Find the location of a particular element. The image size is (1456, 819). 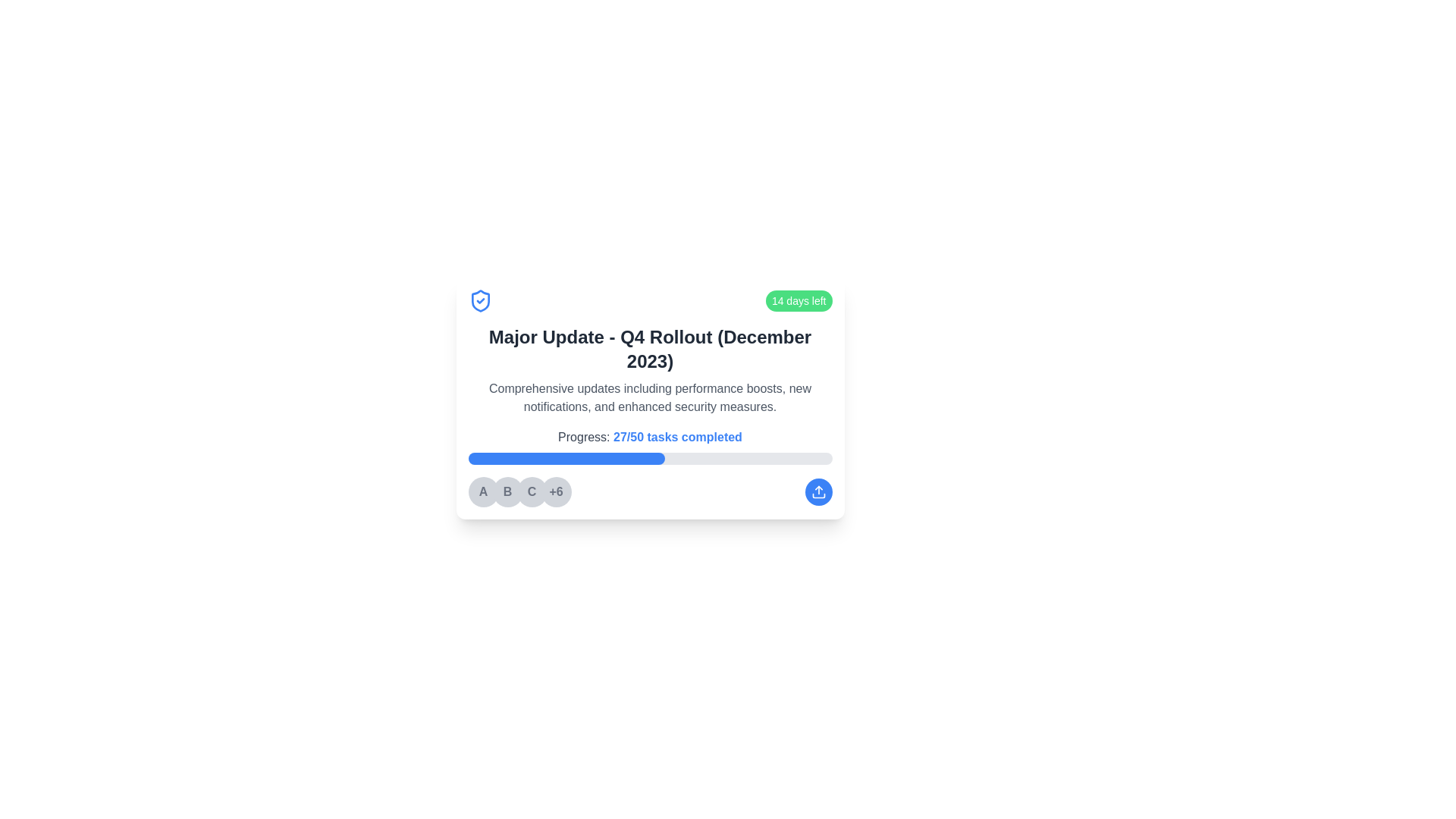

the text element displaying progress information, located just above the progress bar is located at coordinates (676, 437).